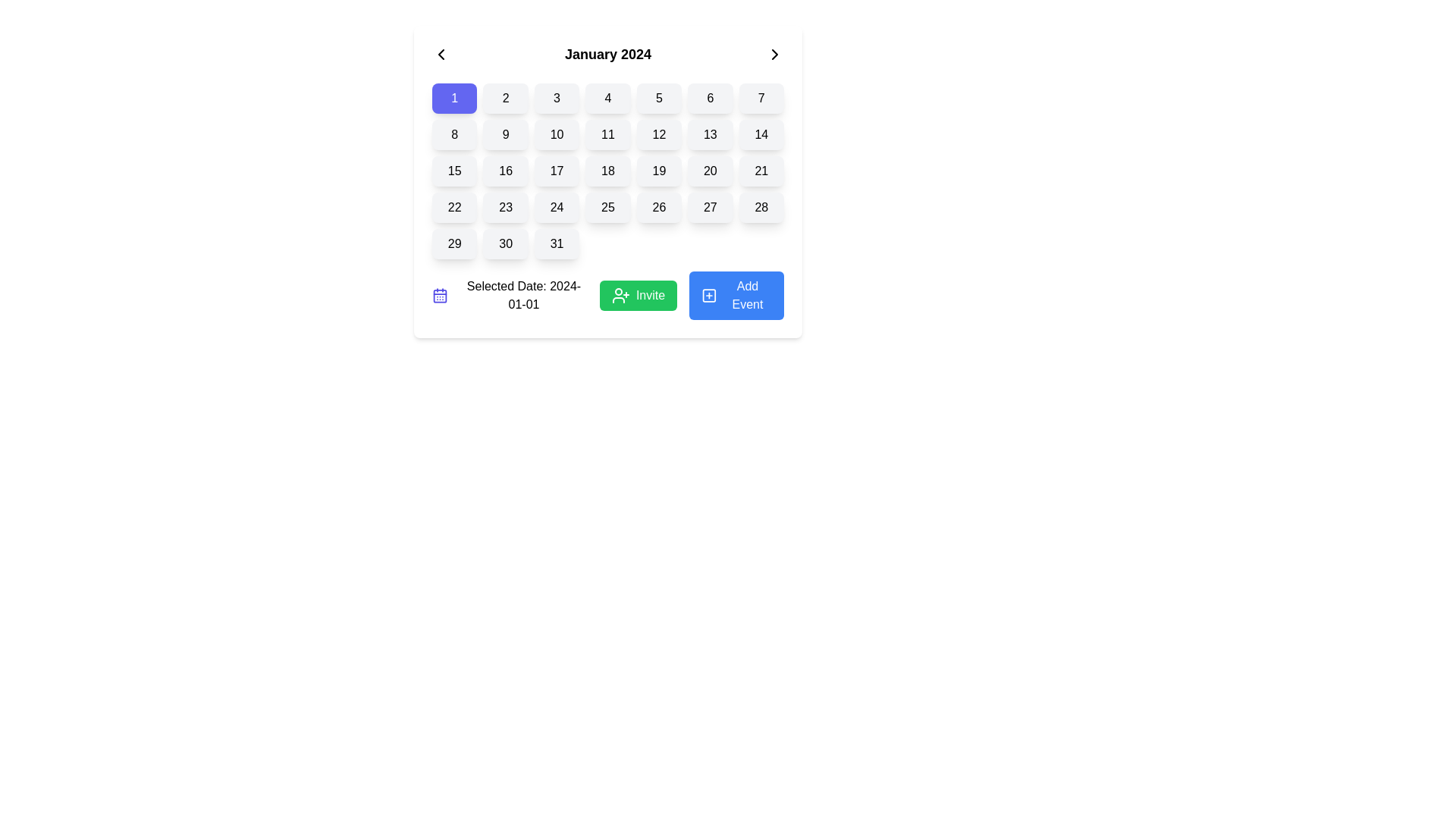 This screenshot has height=819, width=1456. Describe the element at coordinates (607, 171) in the screenshot. I see `the square button with a light gray background and the number '18' in bold black font` at that location.